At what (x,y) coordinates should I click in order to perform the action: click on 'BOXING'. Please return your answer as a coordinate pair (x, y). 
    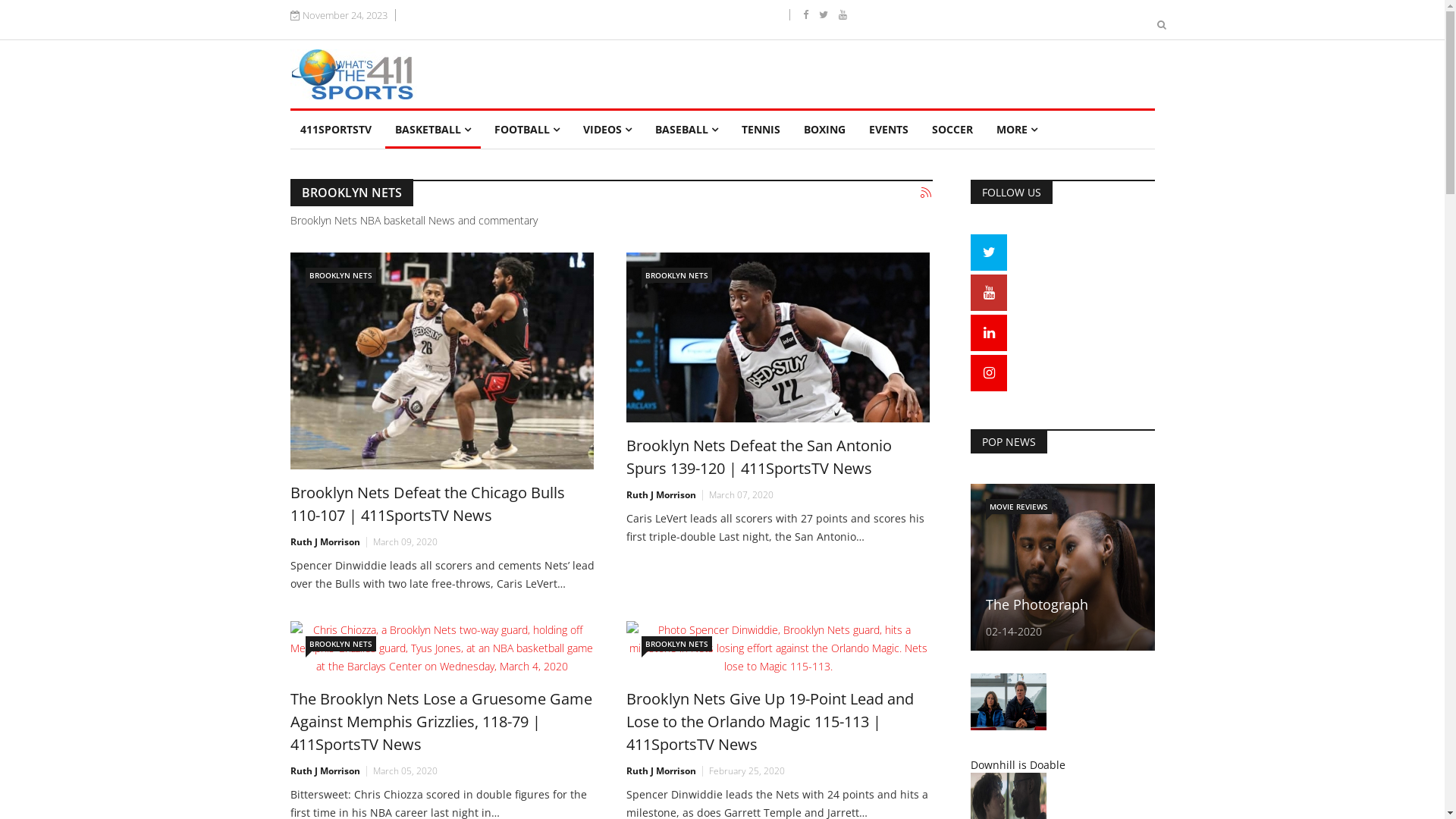
    Looking at the image, I should click on (823, 128).